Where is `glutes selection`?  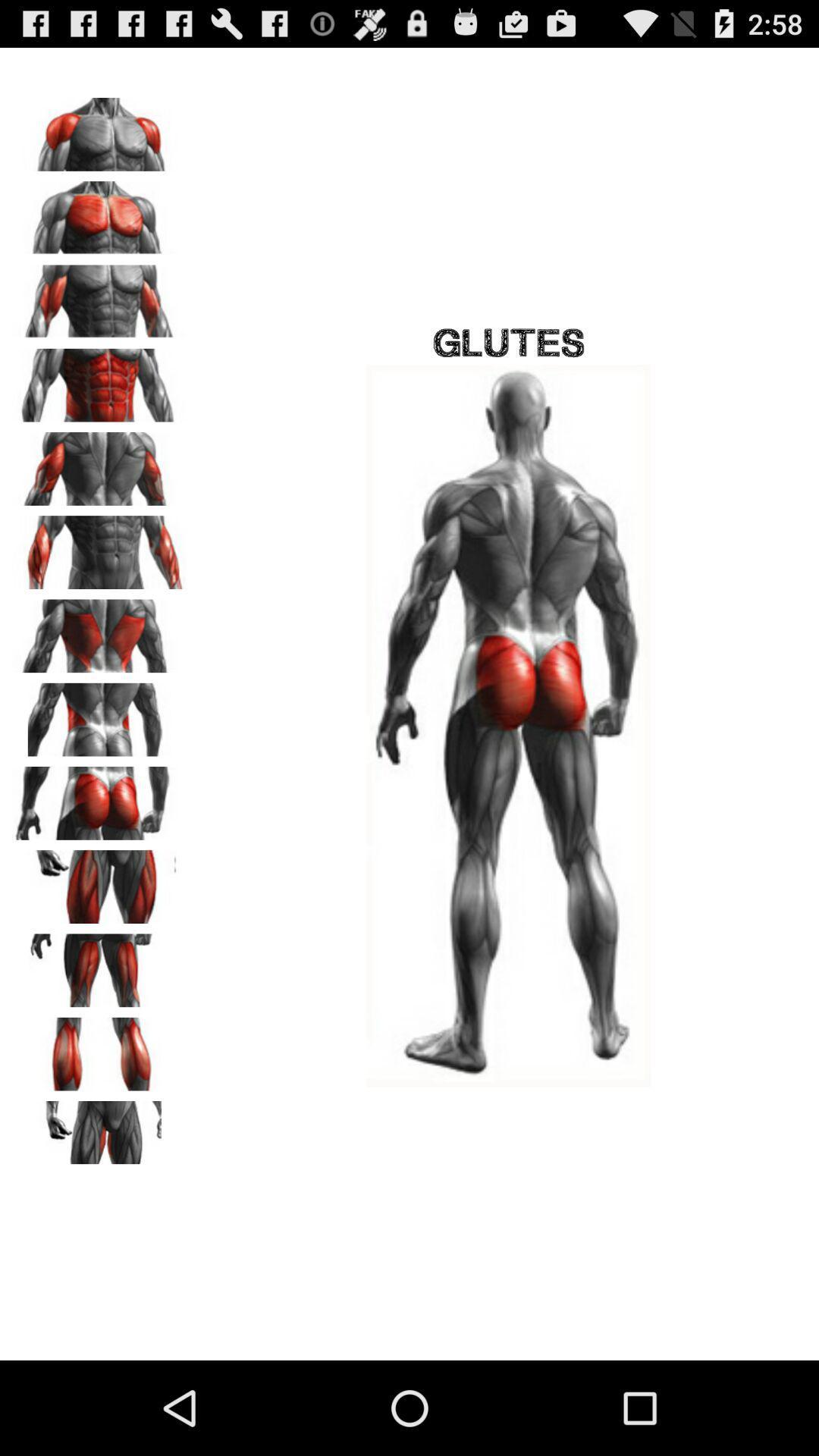
glutes selection is located at coordinates (99, 797).